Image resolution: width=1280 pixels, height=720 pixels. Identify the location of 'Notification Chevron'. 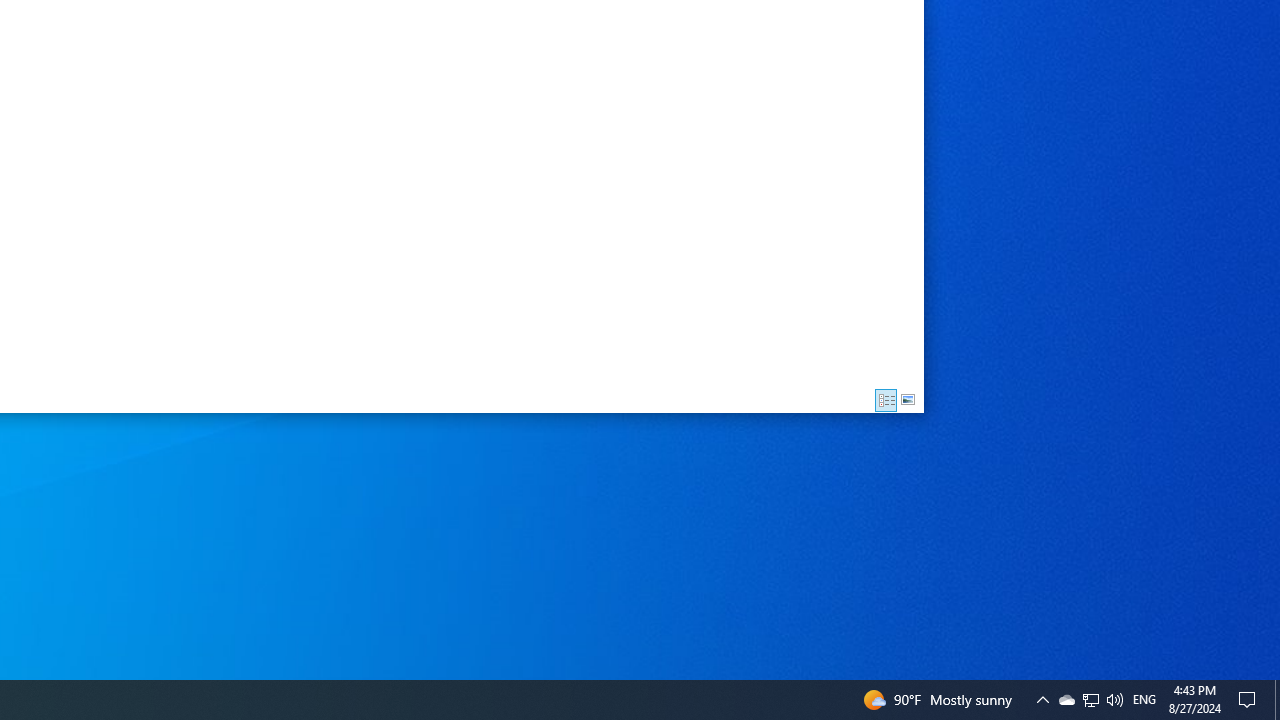
(1041, 698).